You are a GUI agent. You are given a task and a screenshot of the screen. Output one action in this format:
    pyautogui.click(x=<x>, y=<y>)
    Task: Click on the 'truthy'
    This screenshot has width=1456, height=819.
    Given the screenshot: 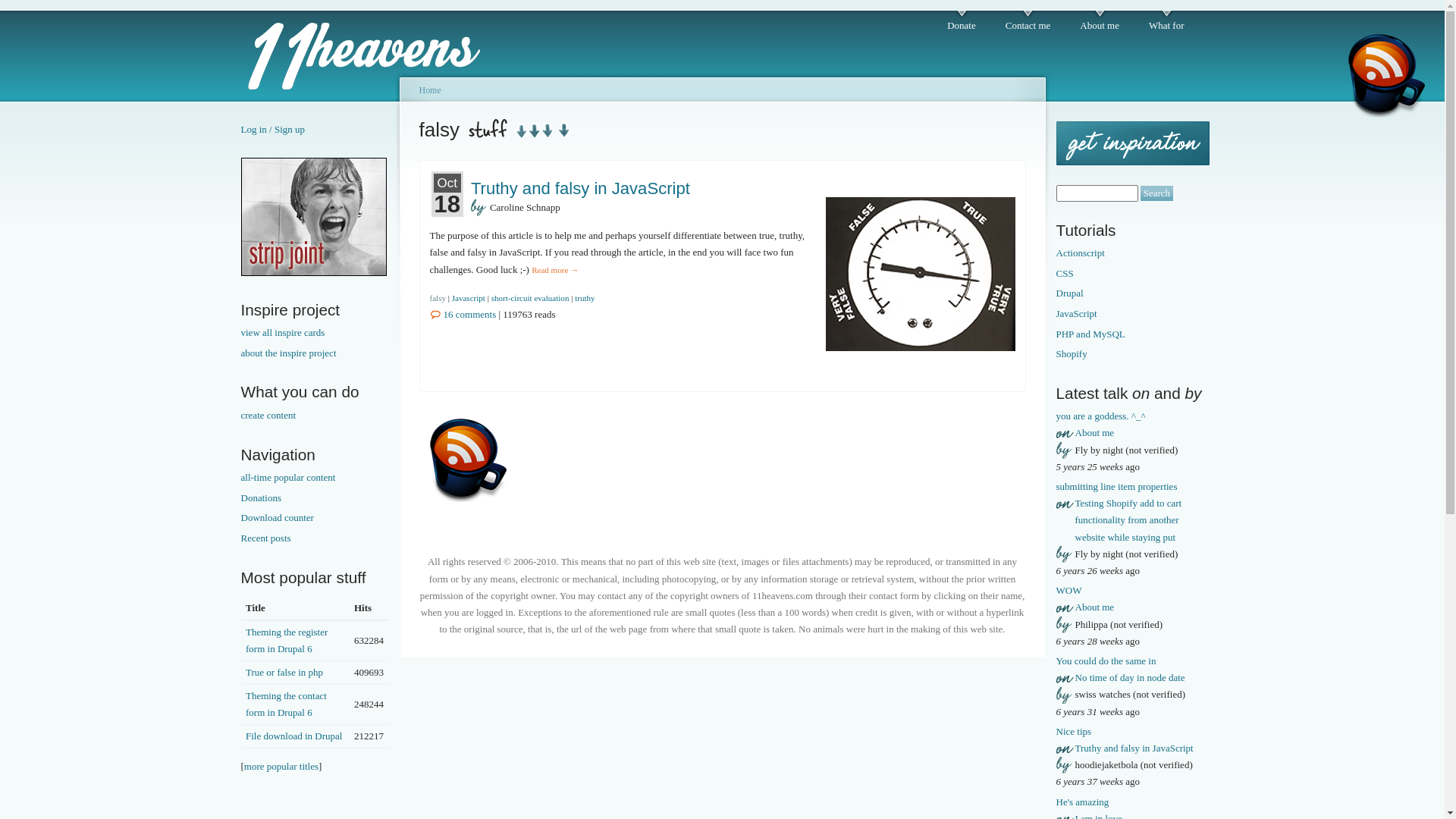 What is the action you would take?
    pyautogui.click(x=584, y=298)
    